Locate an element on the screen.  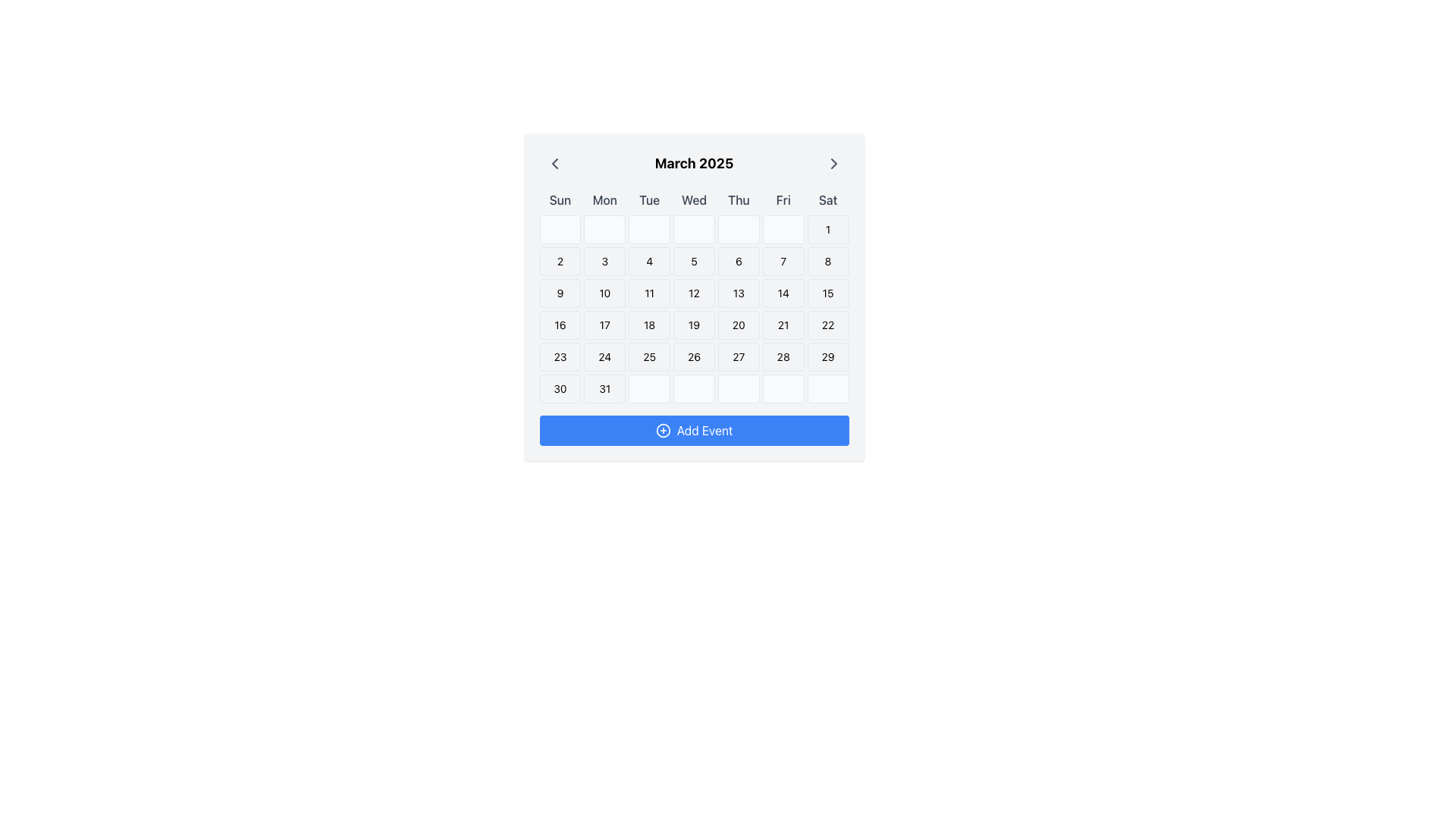
the calendar day grid square representing the twenty-sixth date in the grid layout is located at coordinates (693, 356).